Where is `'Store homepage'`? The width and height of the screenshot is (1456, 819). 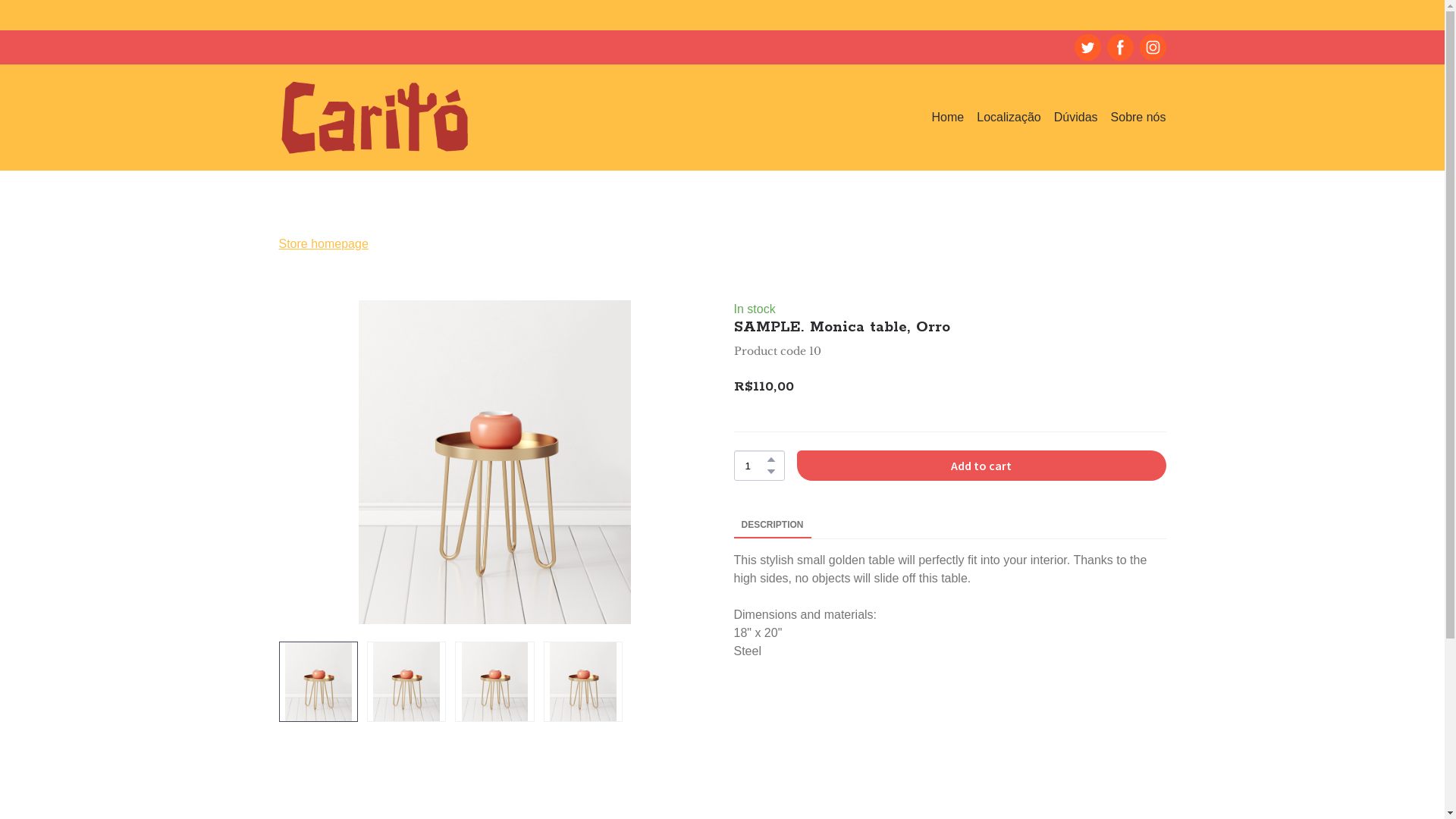
'Store homepage' is located at coordinates (323, 243).